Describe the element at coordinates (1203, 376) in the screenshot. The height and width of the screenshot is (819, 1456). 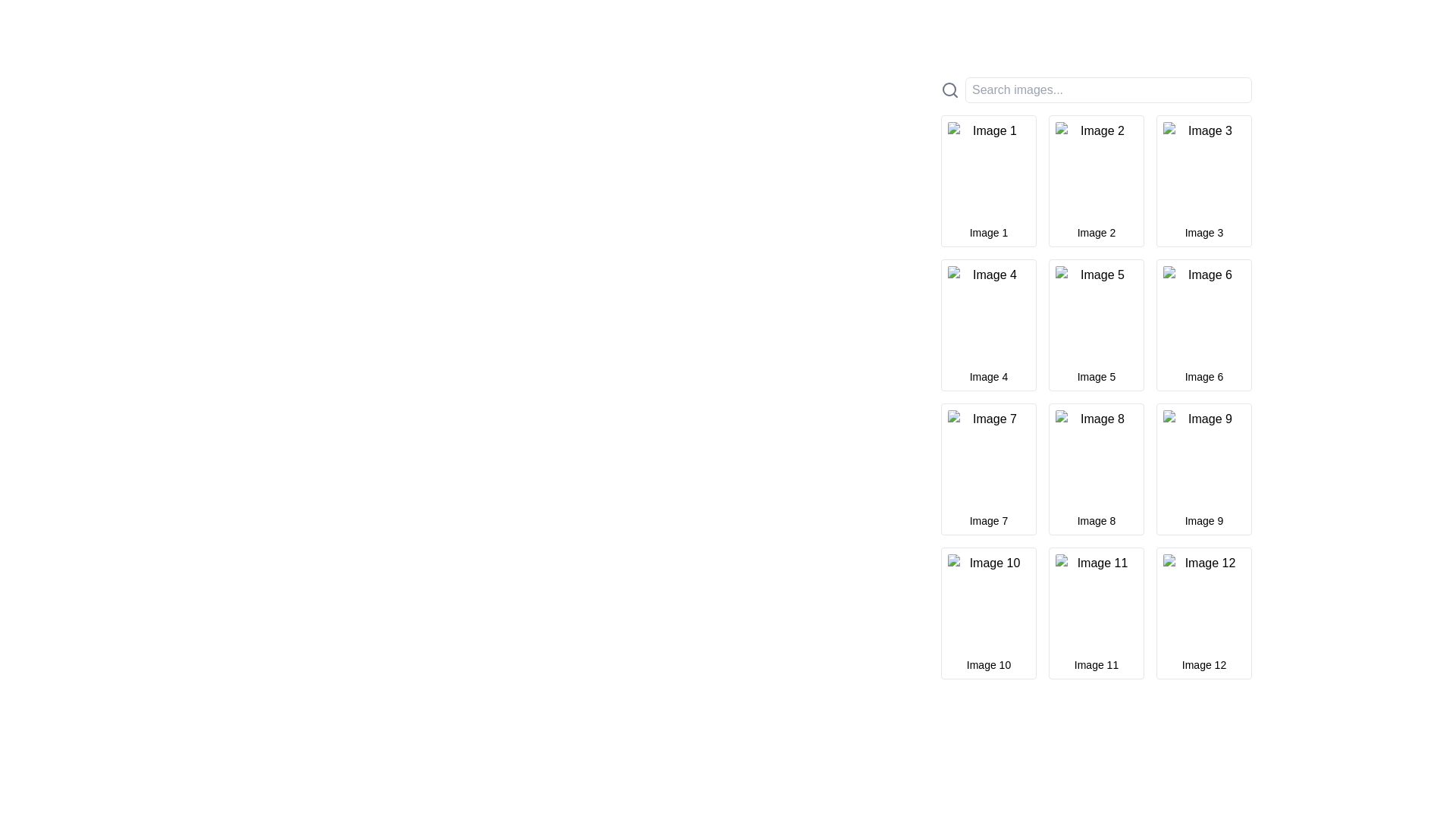
I see `the Text label located below the thumbnail image labeled 'Image 6' in the sixth column of the grid` at that location.